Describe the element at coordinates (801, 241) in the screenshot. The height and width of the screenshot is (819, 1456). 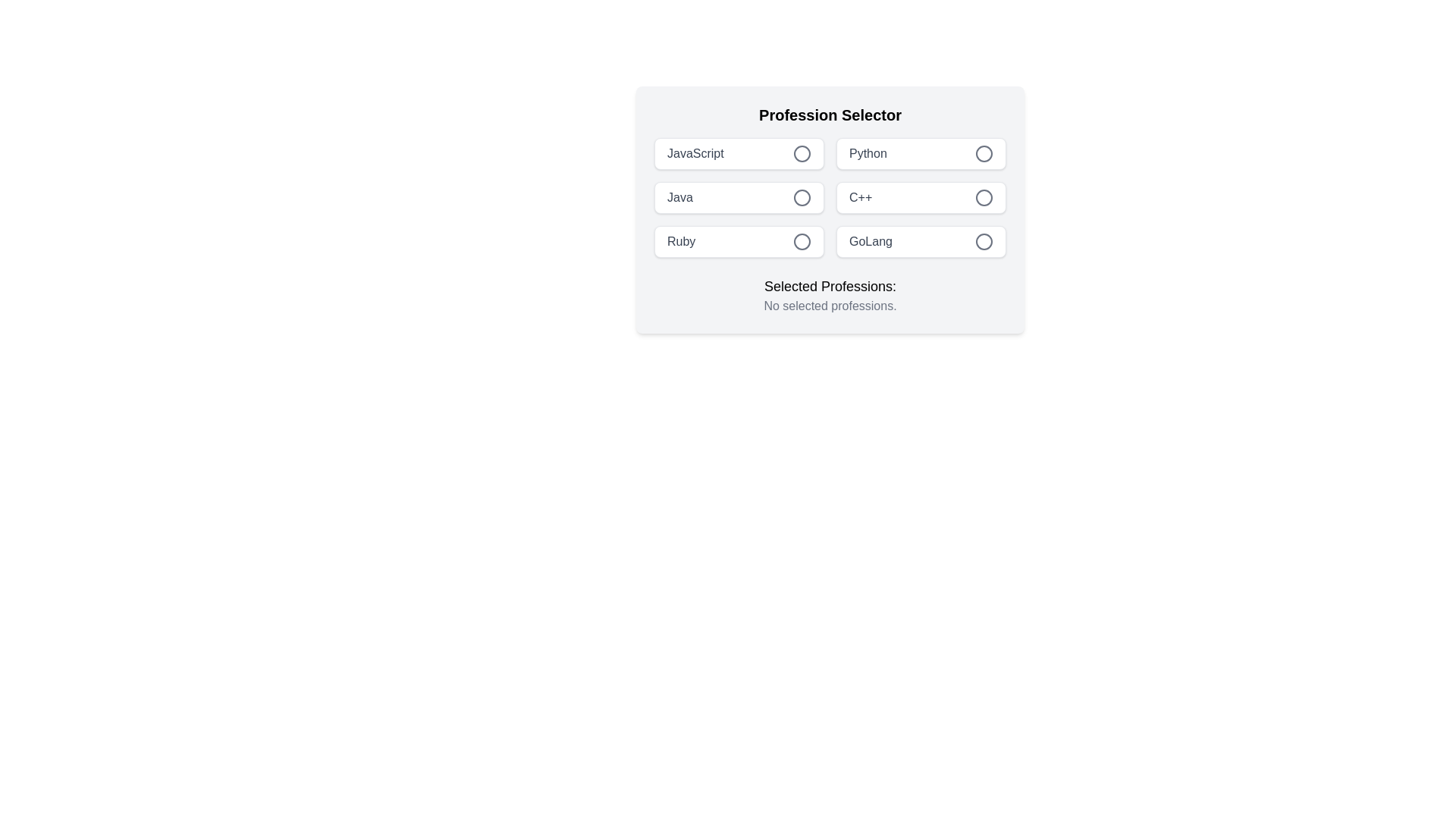
I see `the circular radio button indicator for the 'Ruby' profession option` at that location.